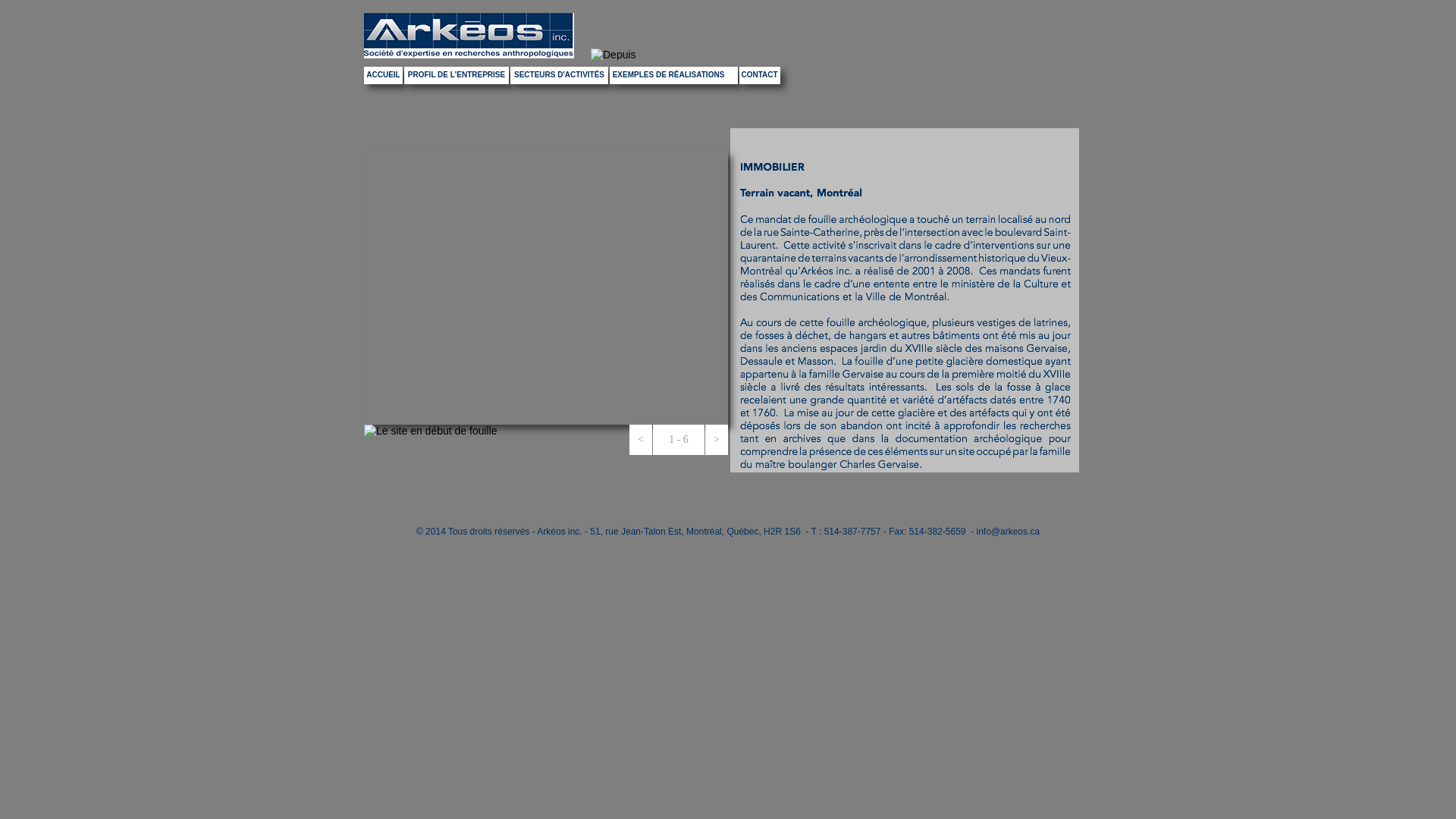 This screenshot has height=819, width=1456. I want to click on 'CONTACT', so click(760, 75).